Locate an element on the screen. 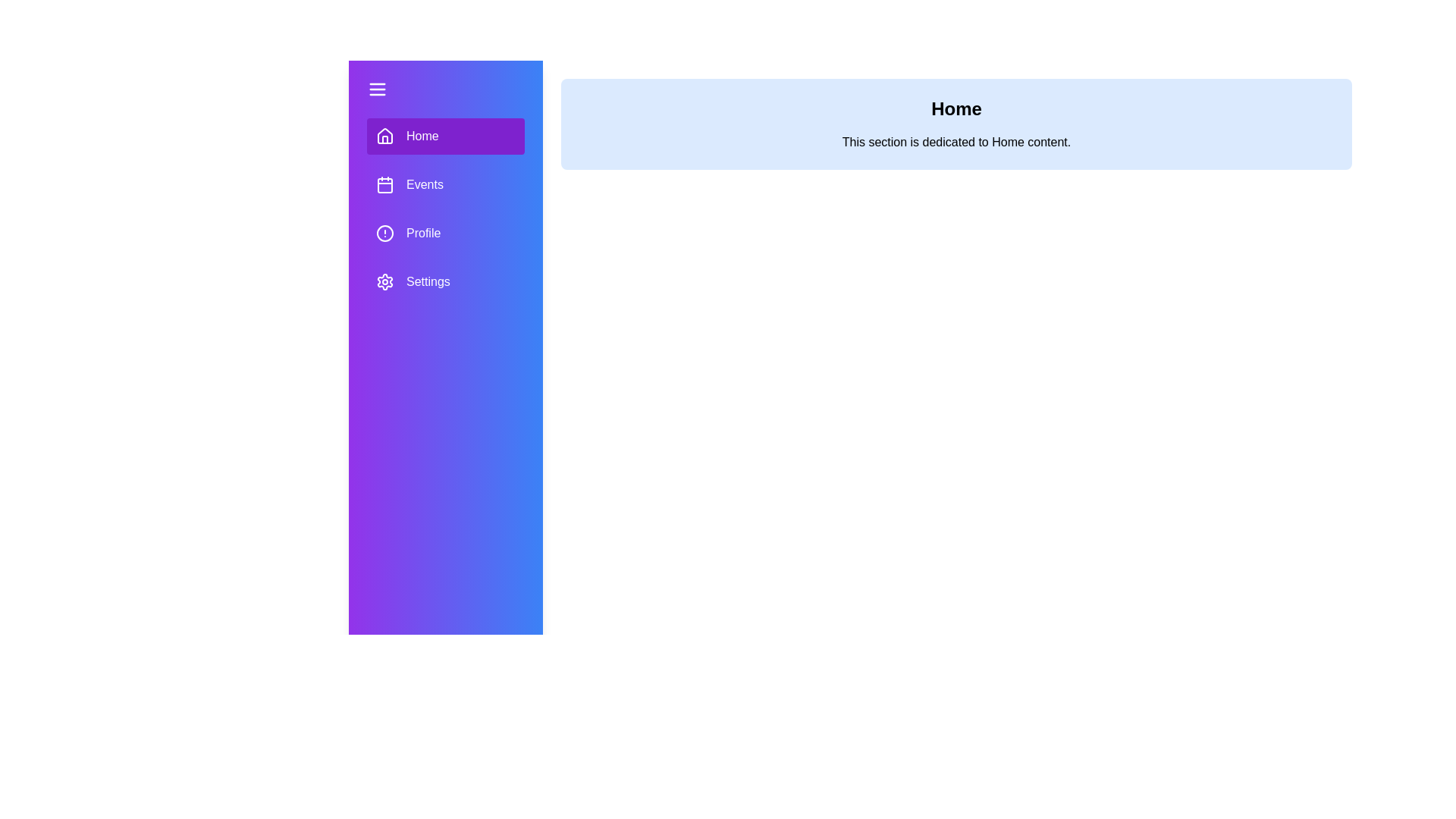 This screenshot has height=819, width=1456. the 'Profile' text label in the vertical navigation menu on the left-hand side of the page is located at coordinates (423, 234).